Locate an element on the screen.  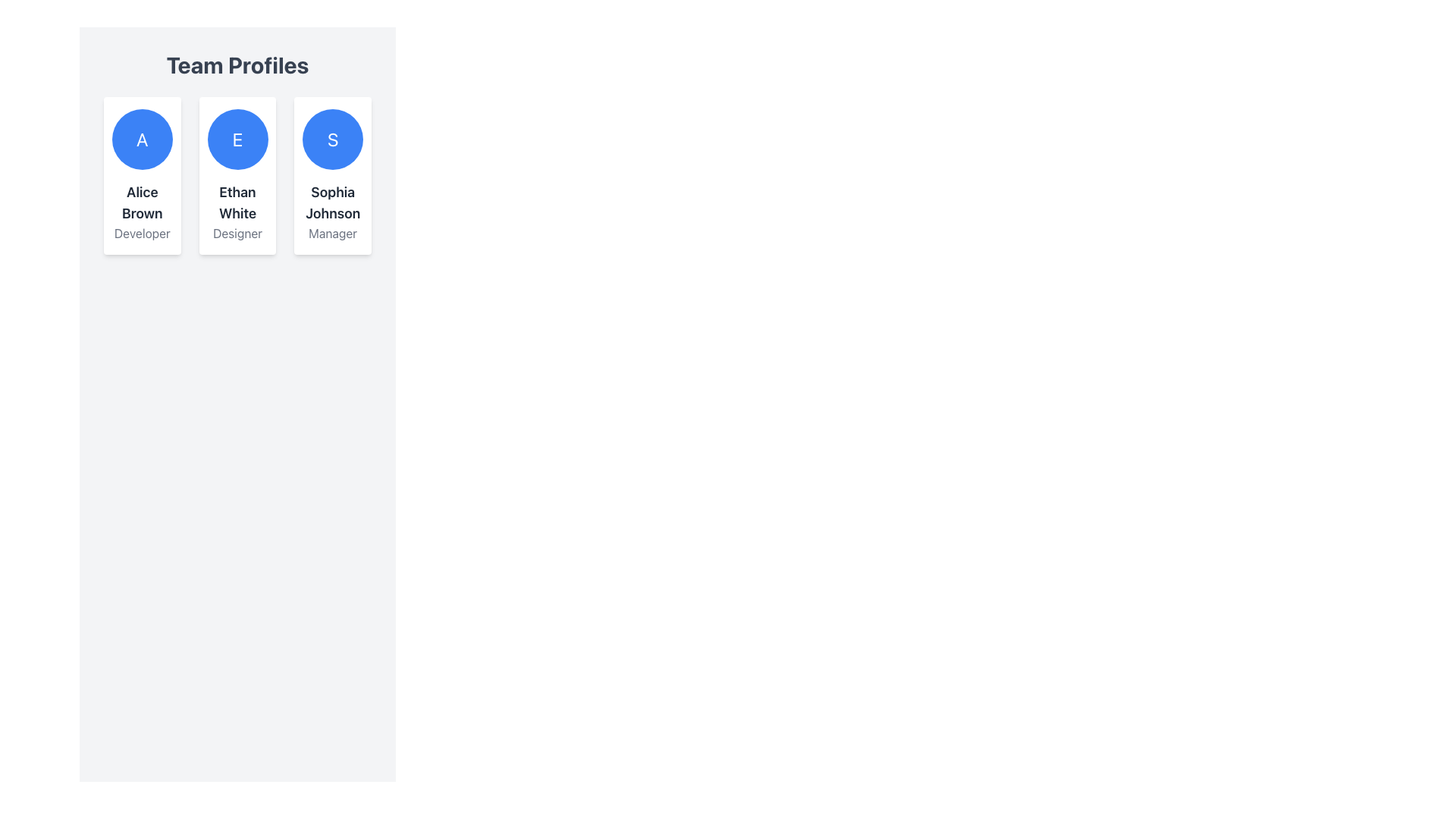
the profile card for 'Ethan White', which is the second card in the grid layout of 'Team Profiles' is located at coordinates (237, 174).